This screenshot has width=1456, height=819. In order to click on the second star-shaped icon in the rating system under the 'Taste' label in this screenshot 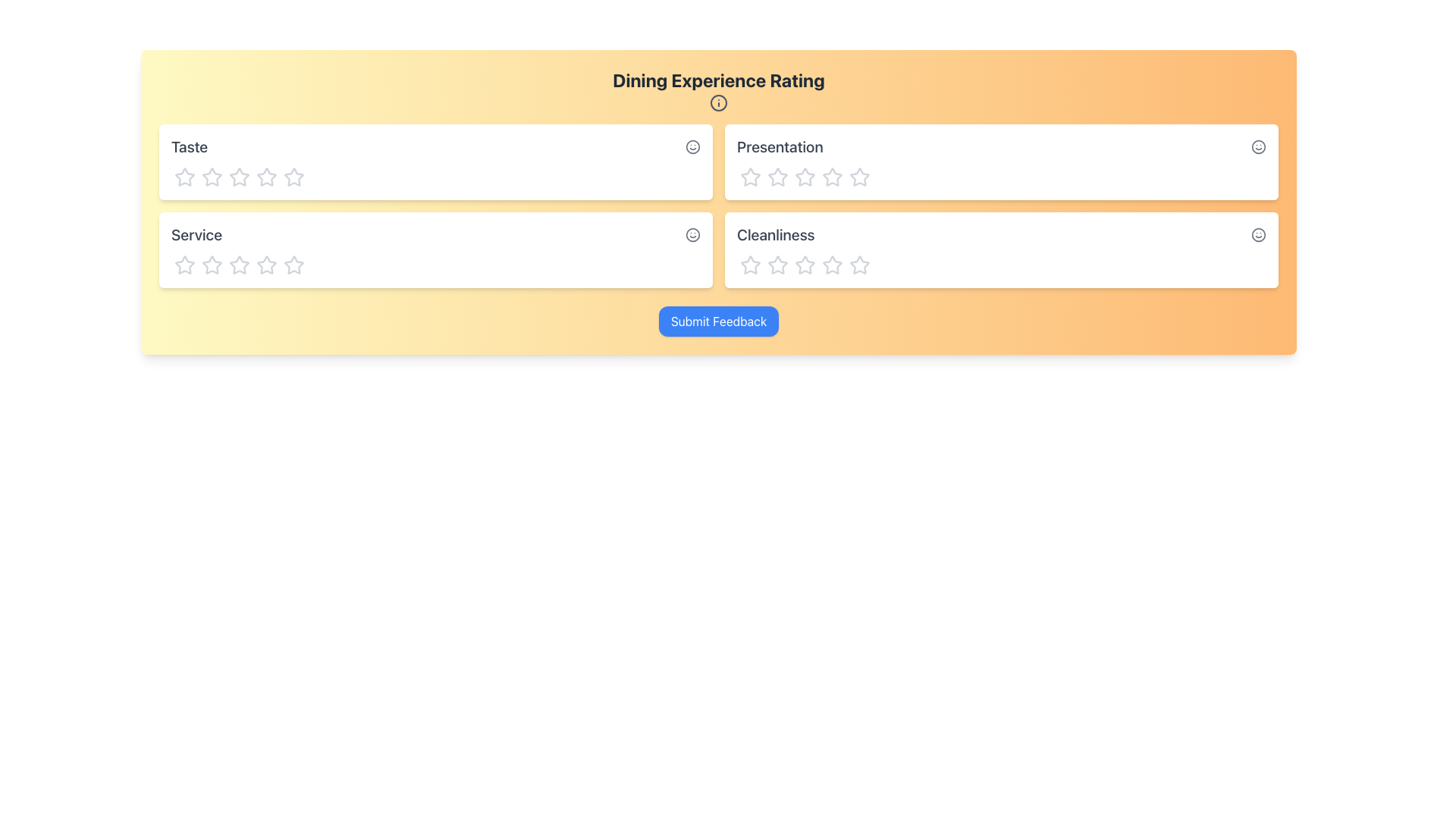, I will do `click(211, 176)`.